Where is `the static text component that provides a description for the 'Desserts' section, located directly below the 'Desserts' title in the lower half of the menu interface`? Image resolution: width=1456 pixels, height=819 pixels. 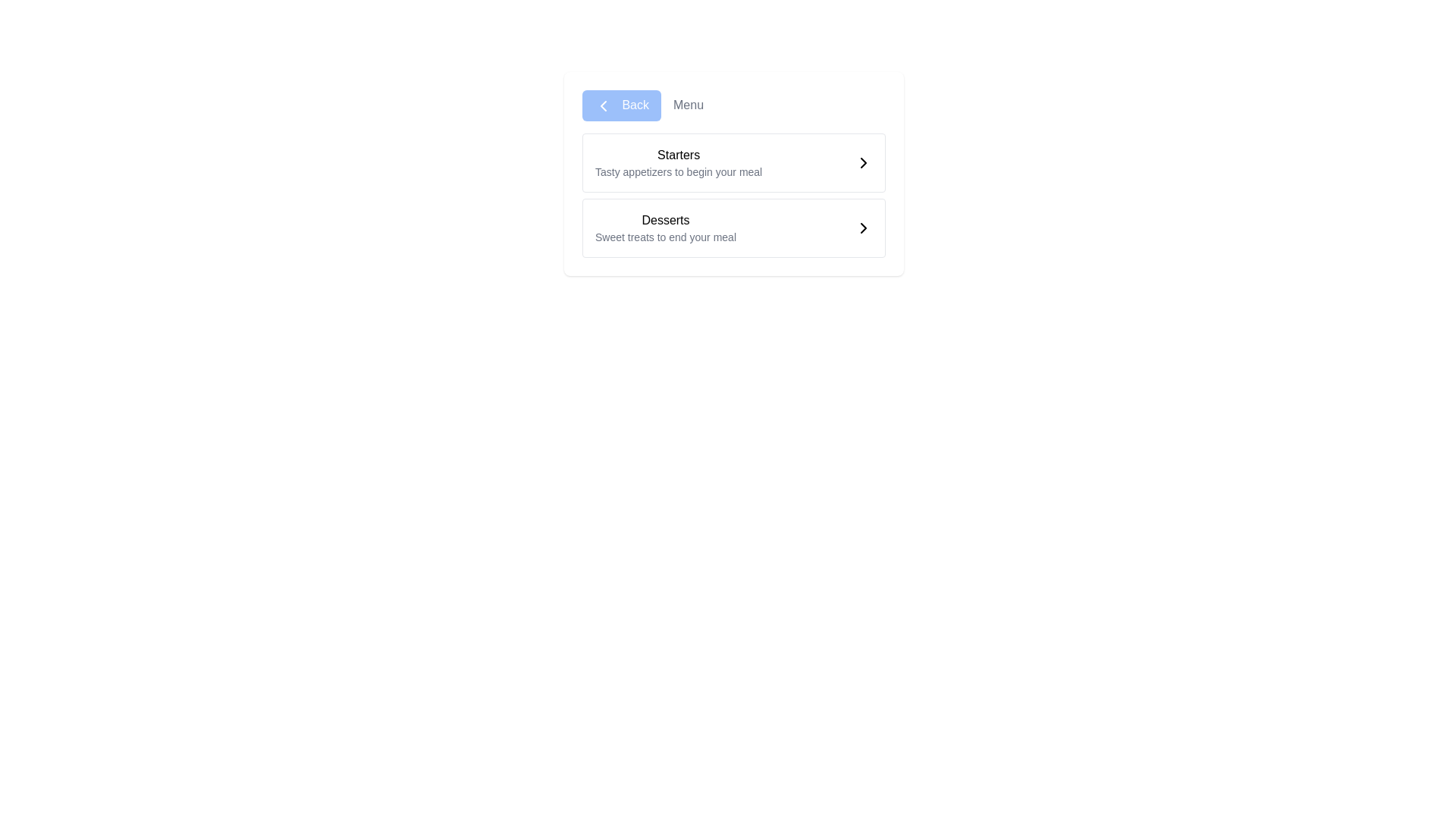
the static text component that provides a description for the 'Desserts' section, located directly below the 'Desserts' title in the lower half of the menu interface is located at coordinates (666, 237).